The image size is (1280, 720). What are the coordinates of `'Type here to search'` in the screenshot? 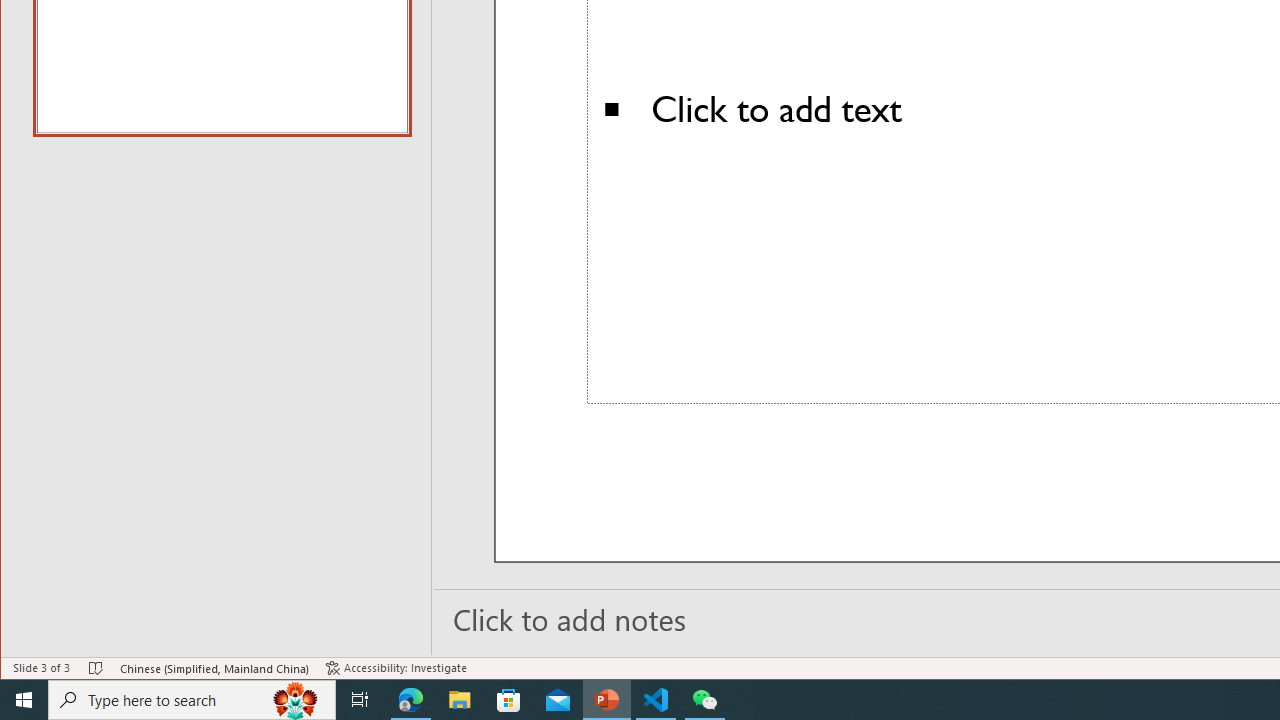 It's located at (192, 698).